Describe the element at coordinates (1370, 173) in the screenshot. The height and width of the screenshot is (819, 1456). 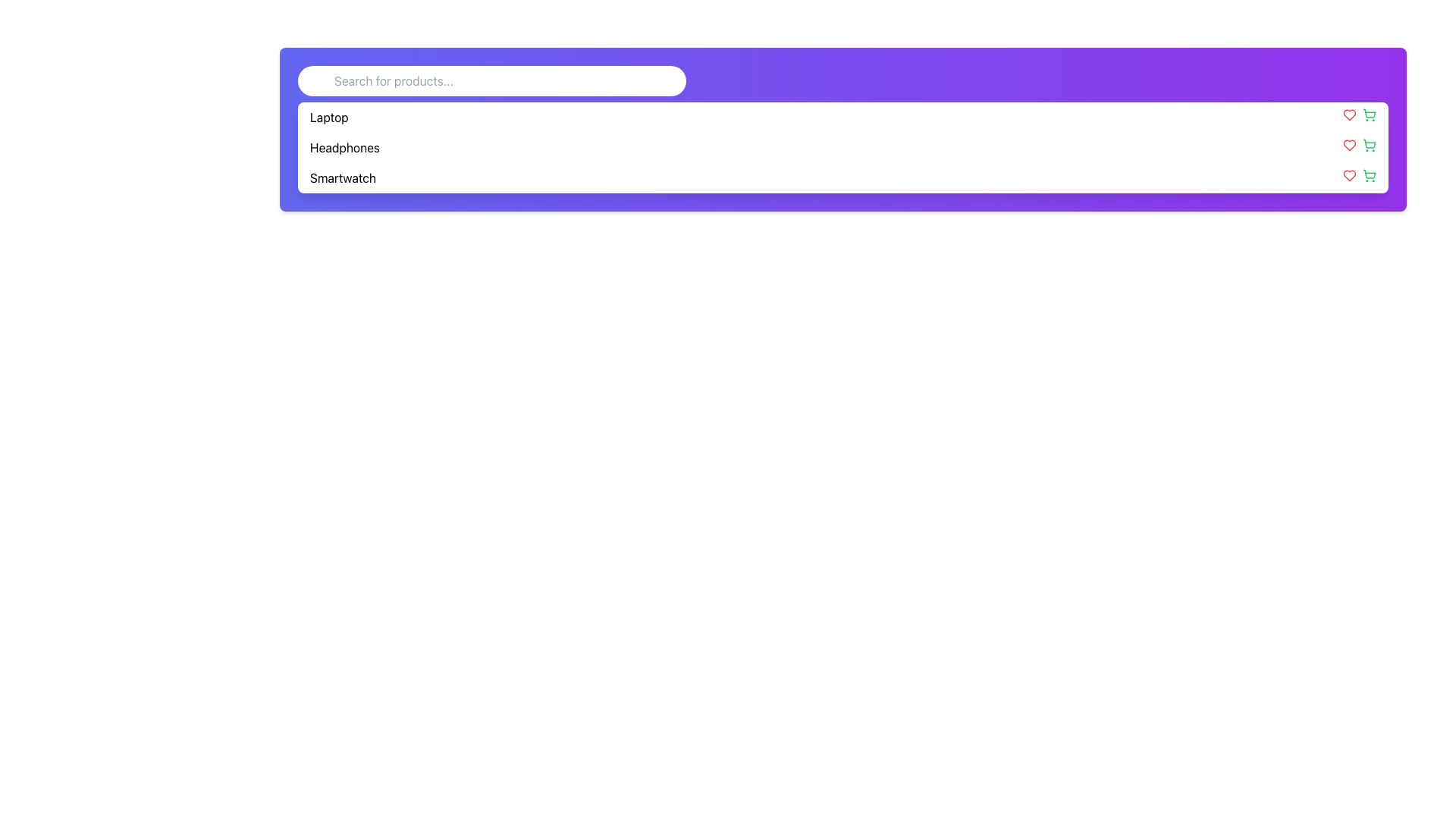
I see `the outer shape of the shopping cart icon located on the far-right side of the row associated with the 'Smartwatch' item in the product list` at that location.